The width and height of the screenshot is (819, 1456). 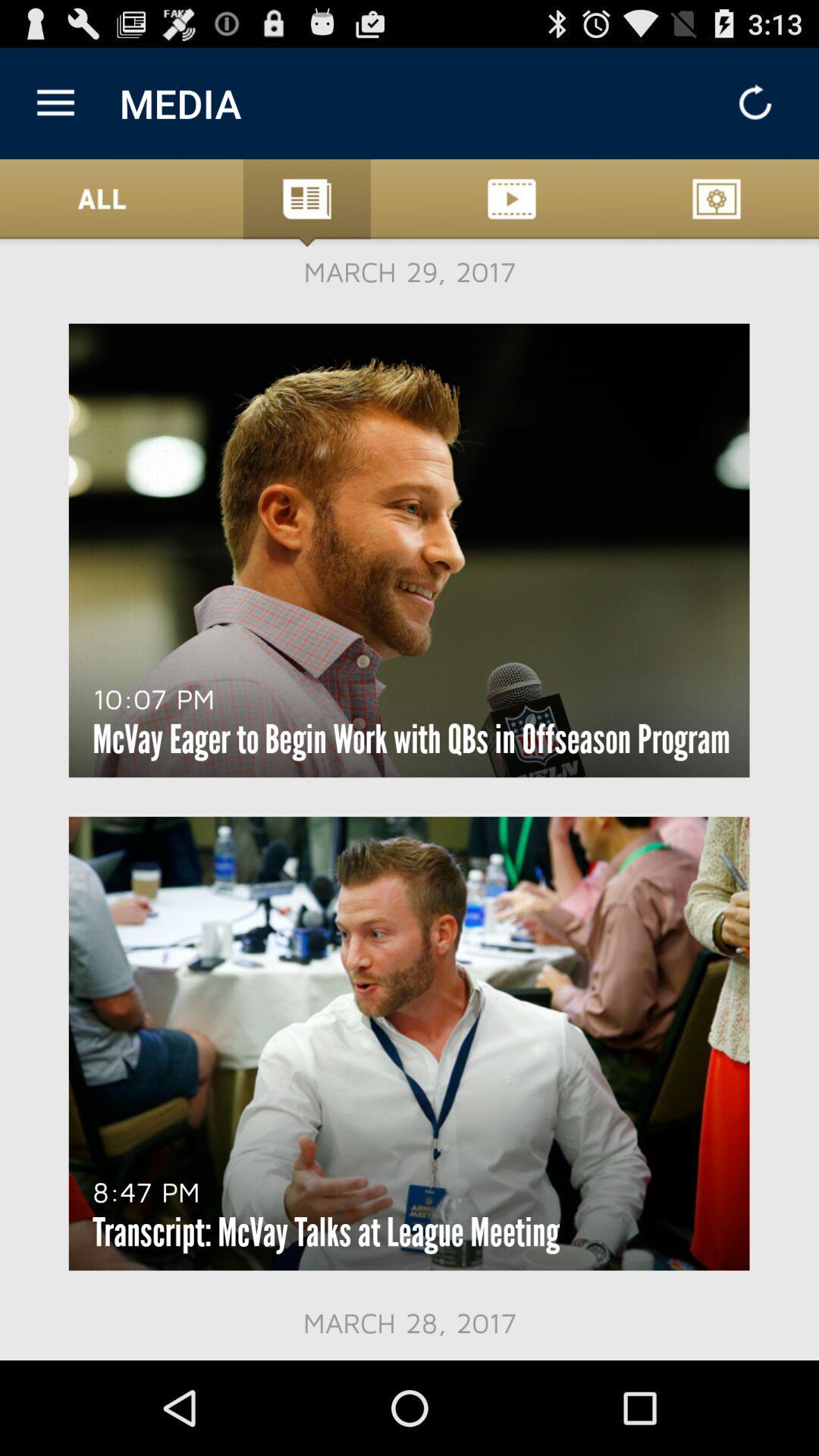 What do you see at coordinates (146, 1191) in the screenshot?
I see `the 8:47 pm item` at bounding box center [146, 1191].